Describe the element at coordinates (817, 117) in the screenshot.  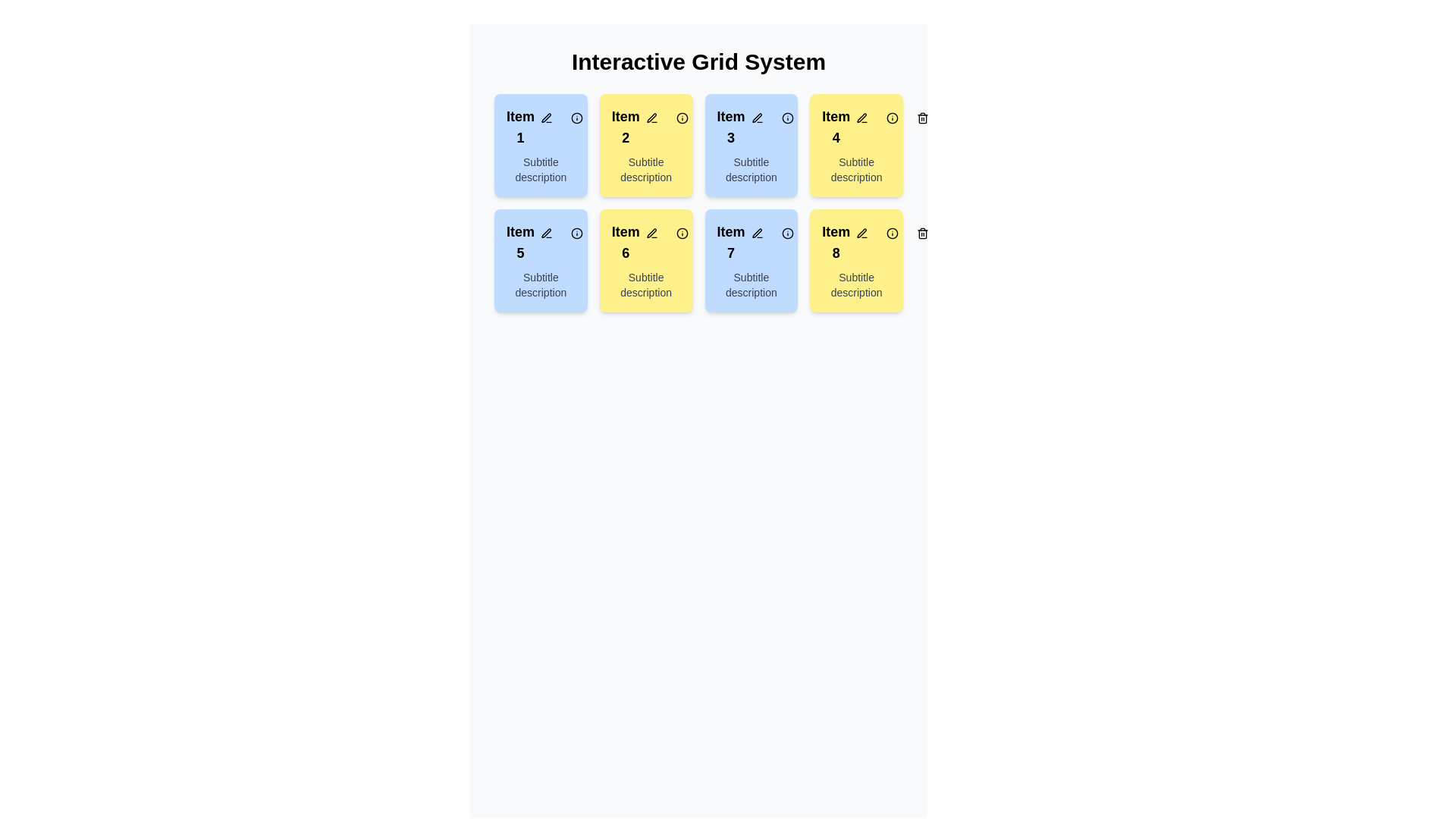
I see `the circular button with a trash can icon, styled with a red hover effect, located in the grid item labeled 'Item 4'` at that location.